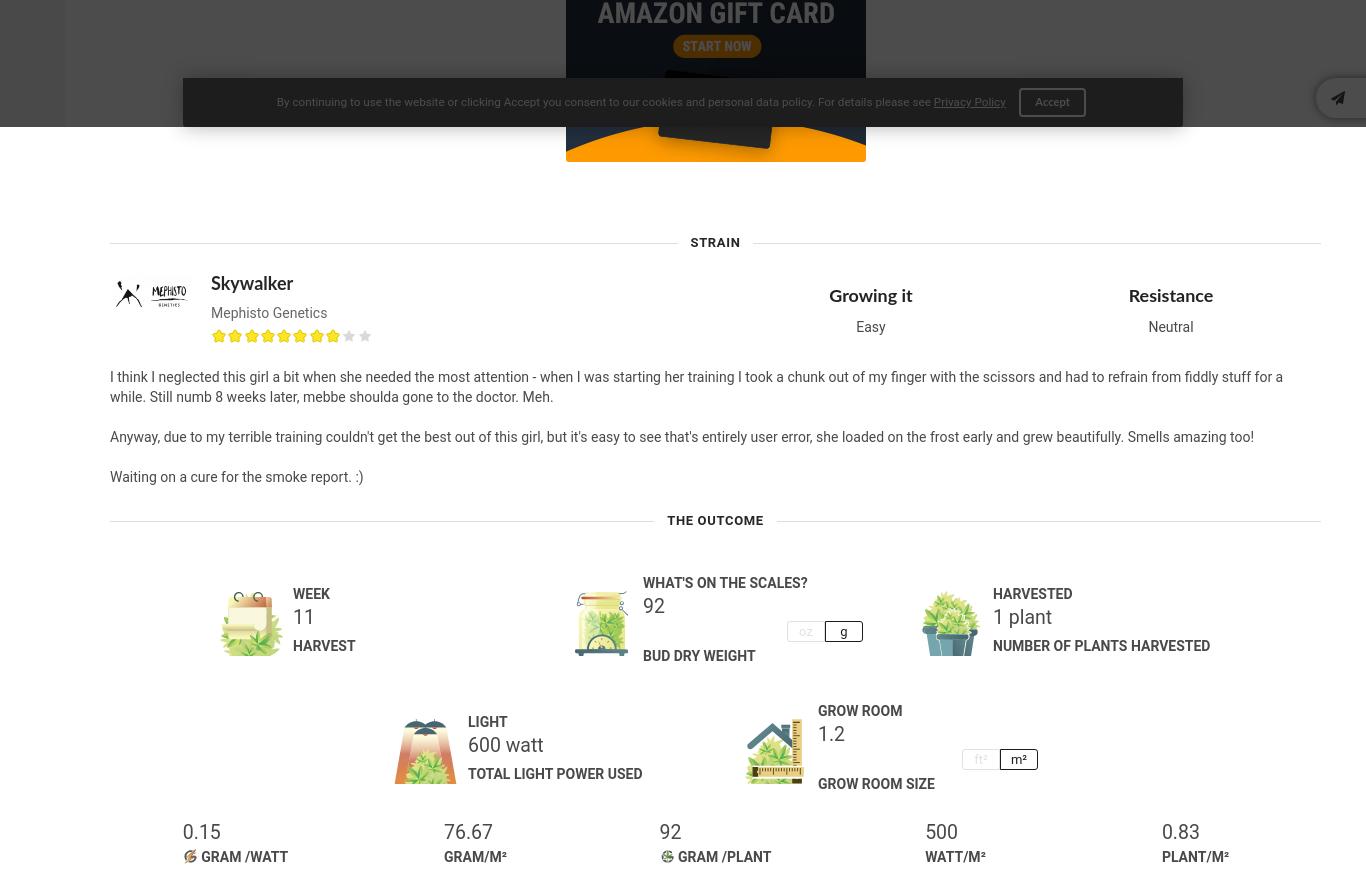 The height and width of the screenshot is (873, 1366). I want to click on 'By continuing to use the website or clicking Accept you consent to our cookies and personal data policy. For details please see', so click(603, 101).